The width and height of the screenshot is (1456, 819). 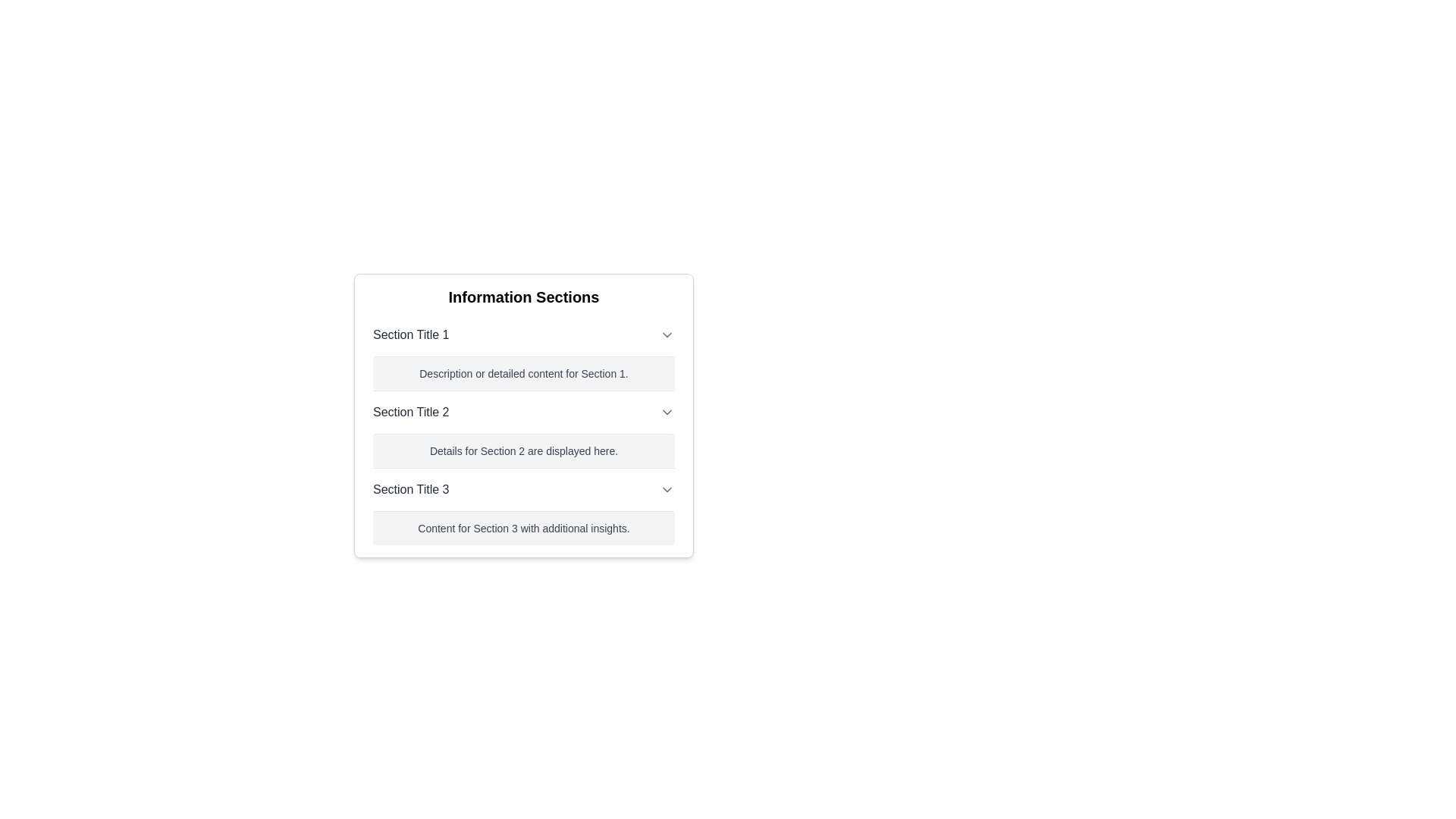 I want to click on static text element that displays the phrase 'Details for Section 2 are displayed here.', which is centrally located within the display box of Section 2, so click(x=524, y=450).